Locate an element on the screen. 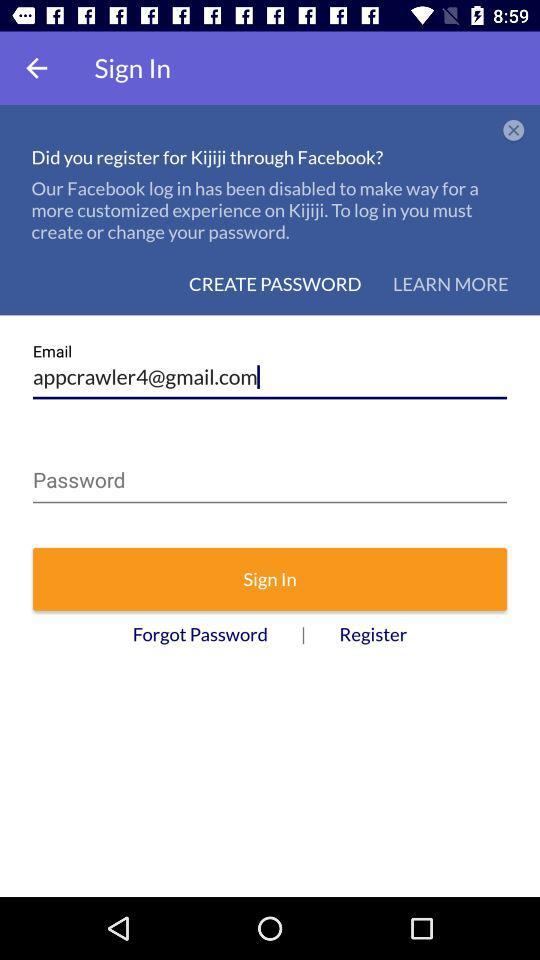 The image size is (540, 960). item next to the create password icon is located at coordinates (450, 283).